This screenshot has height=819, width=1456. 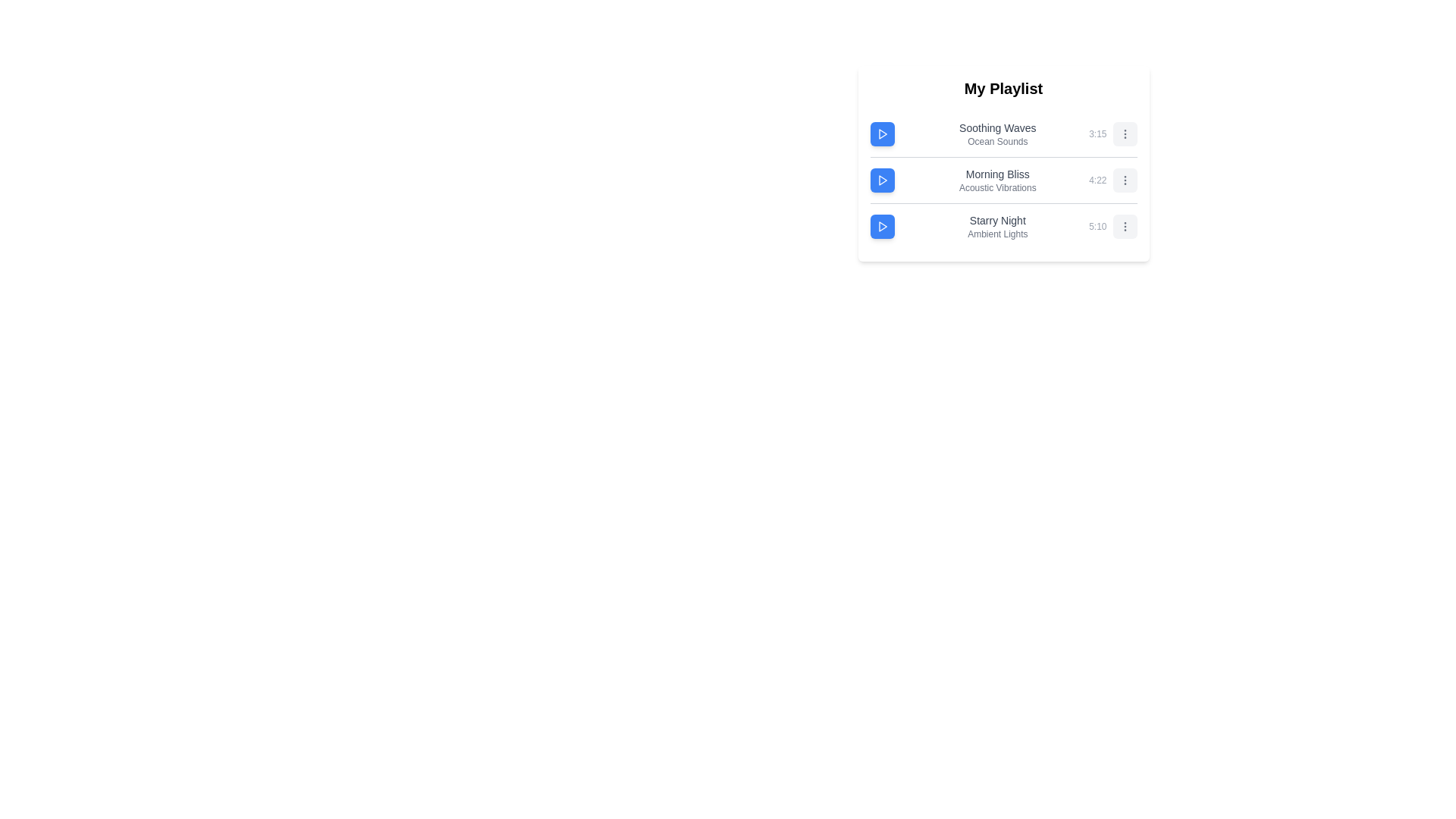 I want to click on the button located at the far right end of the 'Morning Bliss' playlist item, so click(x=1125, y=180).